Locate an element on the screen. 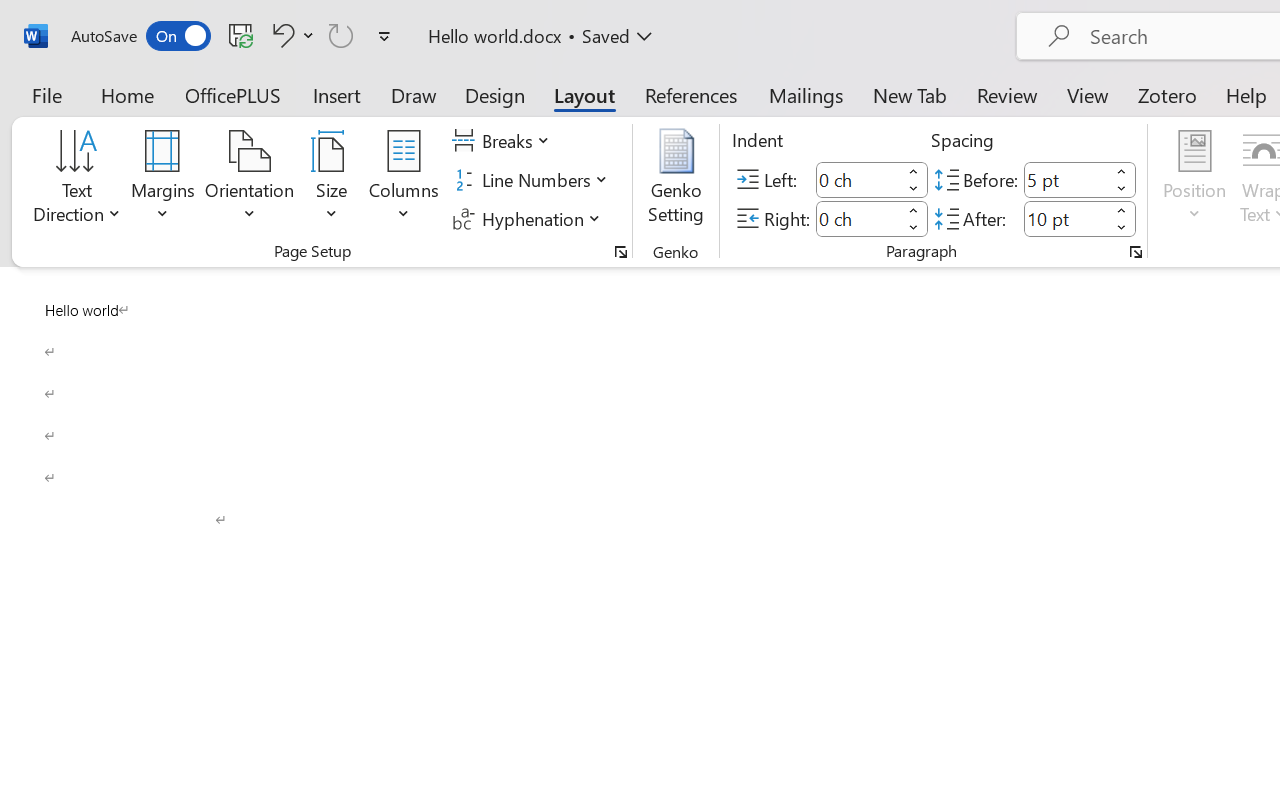  'Review' is located at coordinates (1007, 94).